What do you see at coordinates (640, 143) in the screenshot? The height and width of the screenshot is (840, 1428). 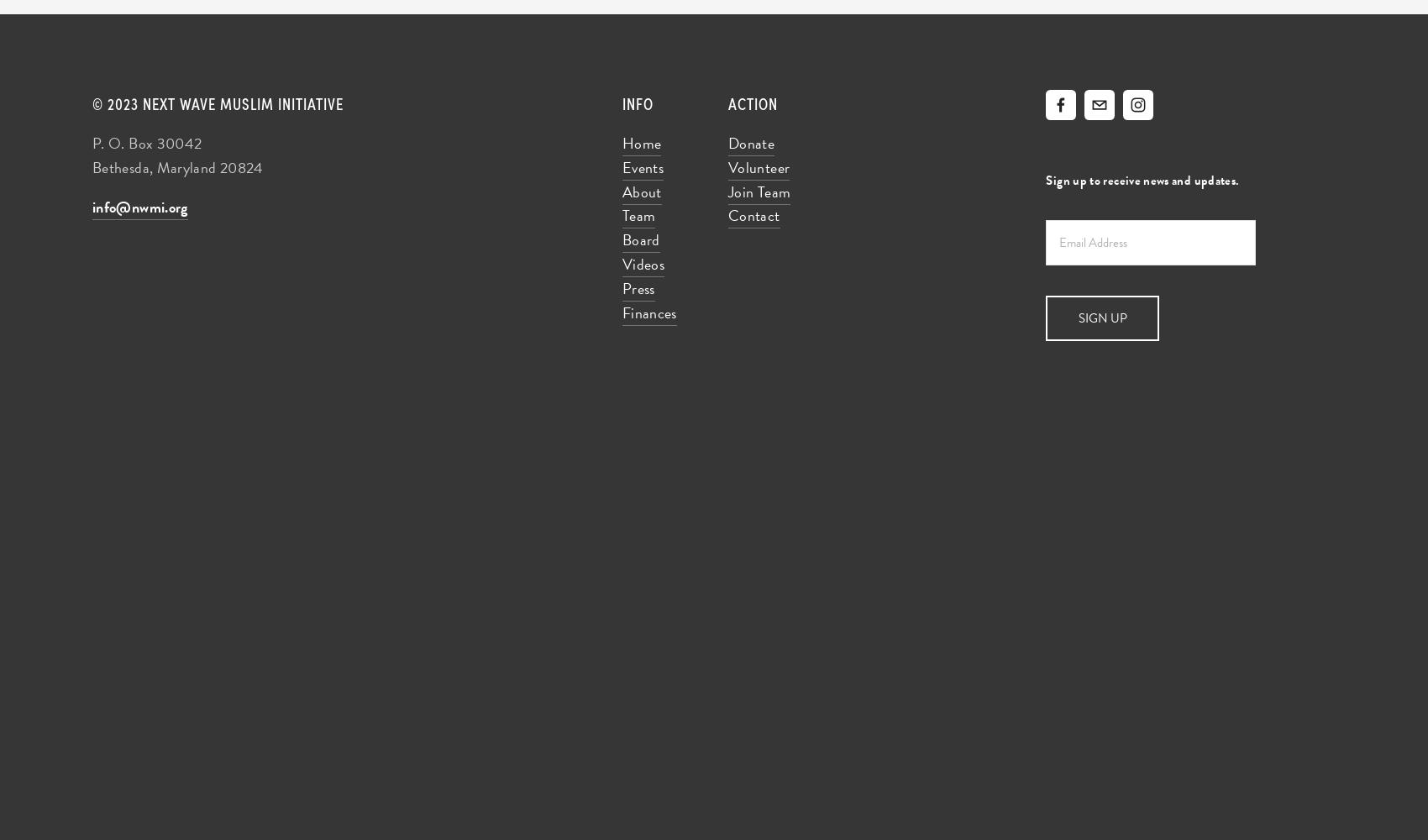 I see `'Home'` at bounding box center [640, 143].